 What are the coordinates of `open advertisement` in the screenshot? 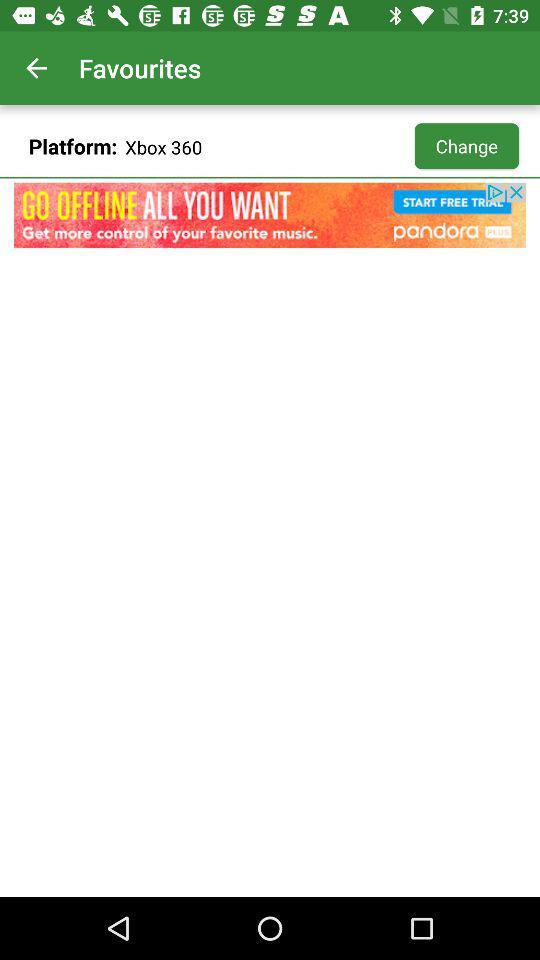 It's located at (270, 215).